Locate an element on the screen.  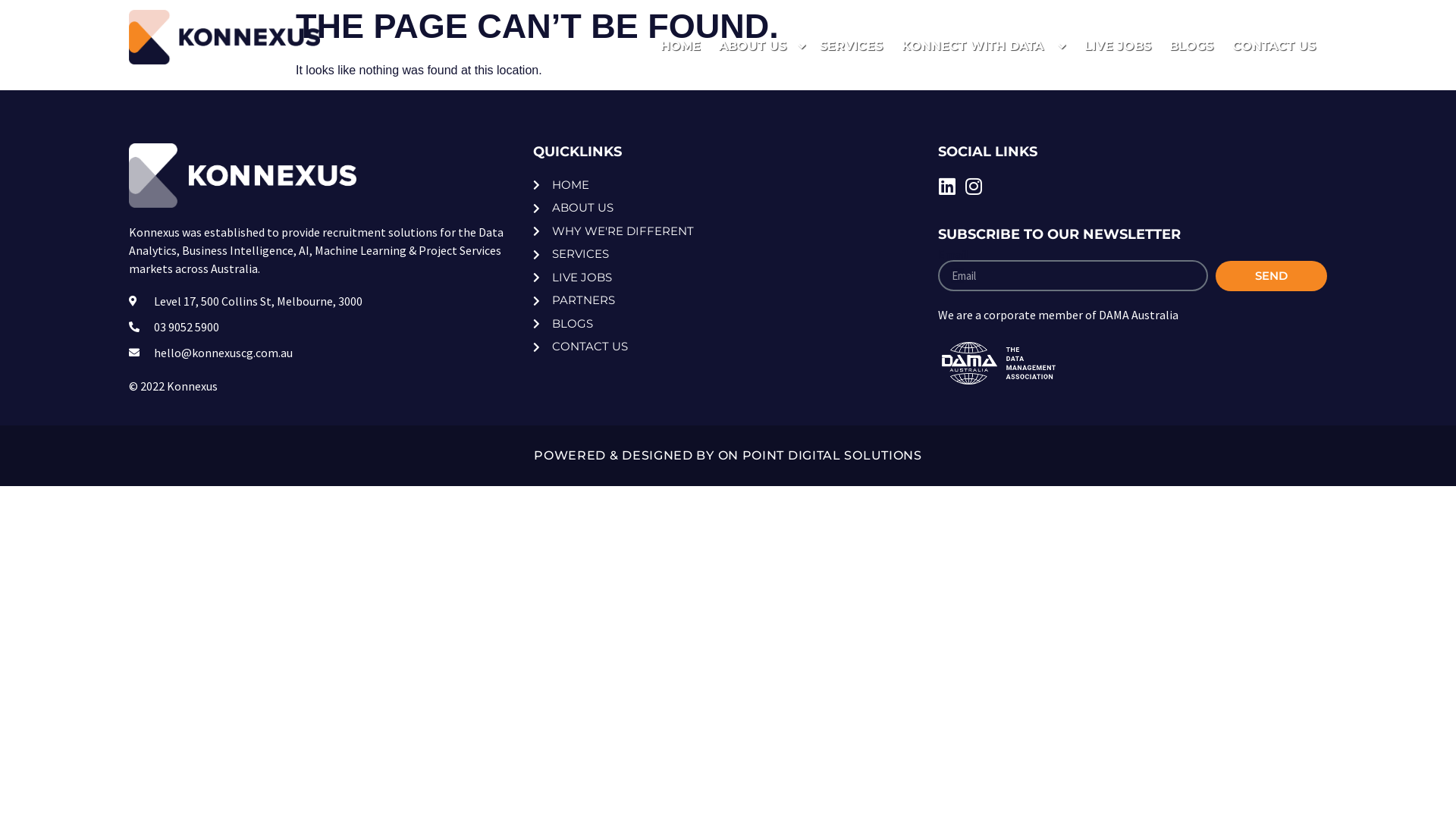
'BLOGS' is located at coordinates (1190, 45).